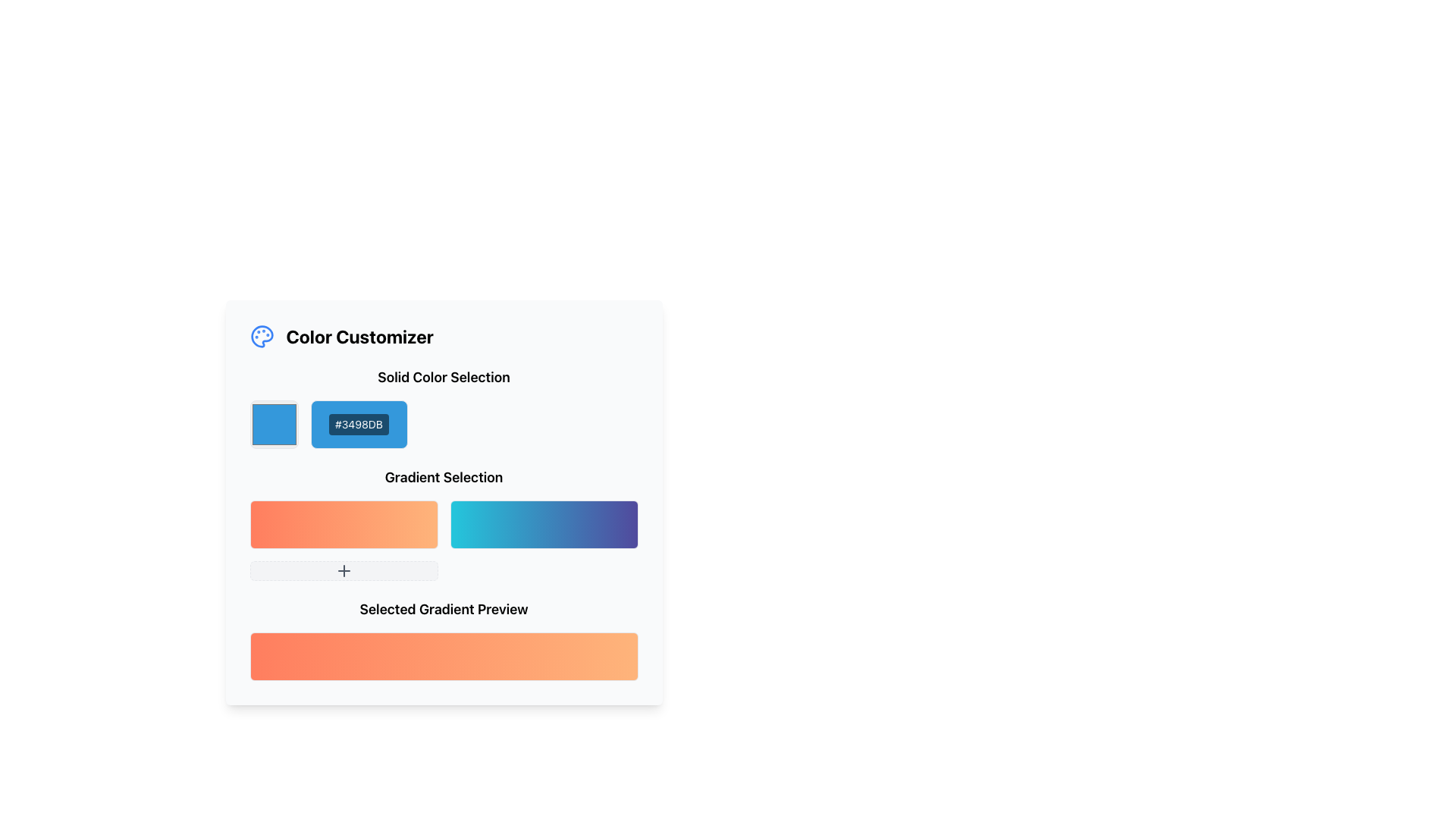  What do you see at coordinates (443, 608) in the screenshot?
I see `the static text element displaying 'Selected Gradient Preview', which is centrally aligned under the gradient section of the interface` at bounding box center [443, 608].